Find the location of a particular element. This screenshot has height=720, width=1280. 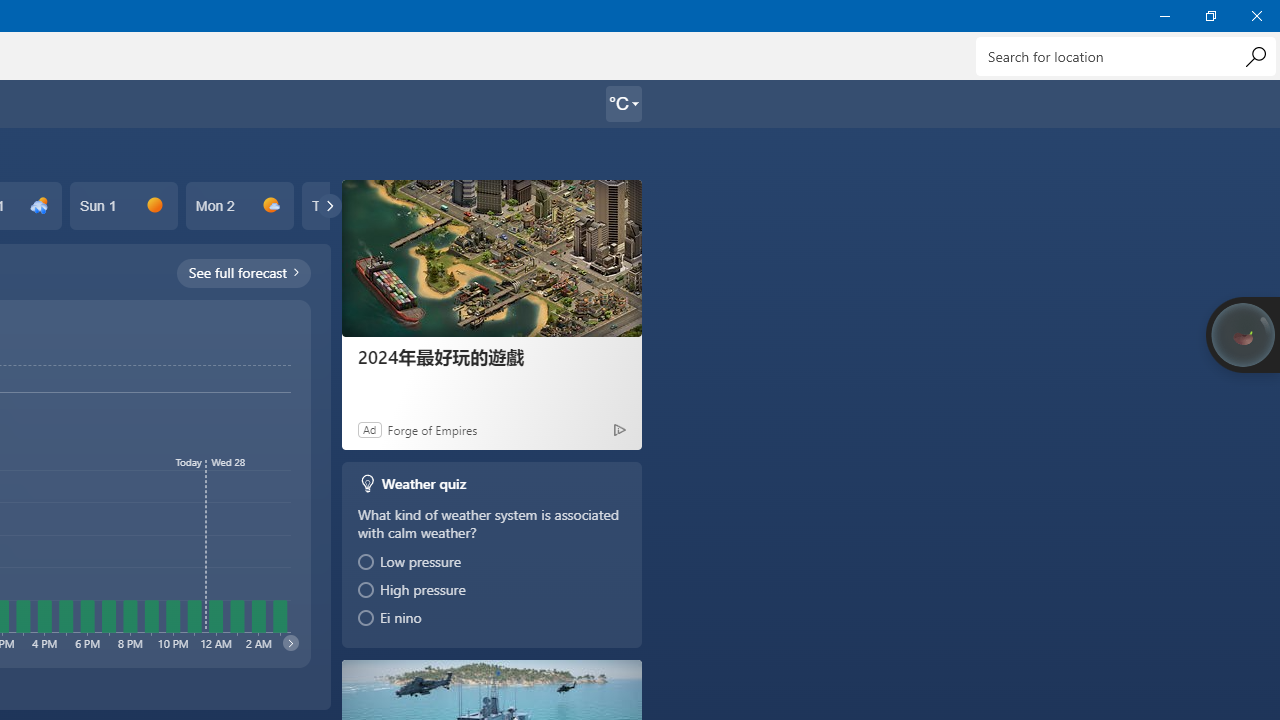

'Minimize Weather' is located at coordinates (1164, 15).